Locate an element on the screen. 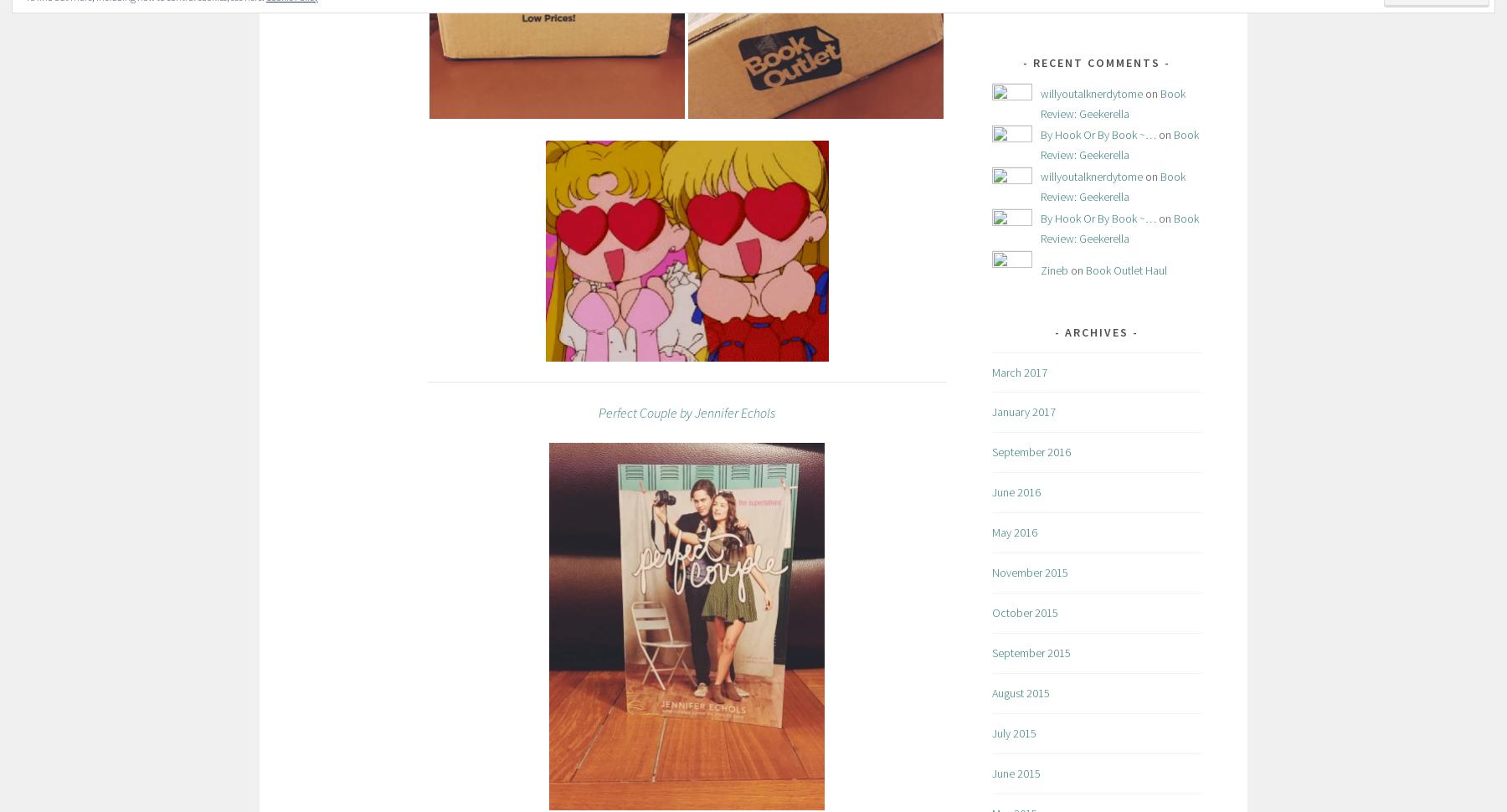 The image size is (1507, 812). 'September 2016' is located at coordinates (1030, 450).